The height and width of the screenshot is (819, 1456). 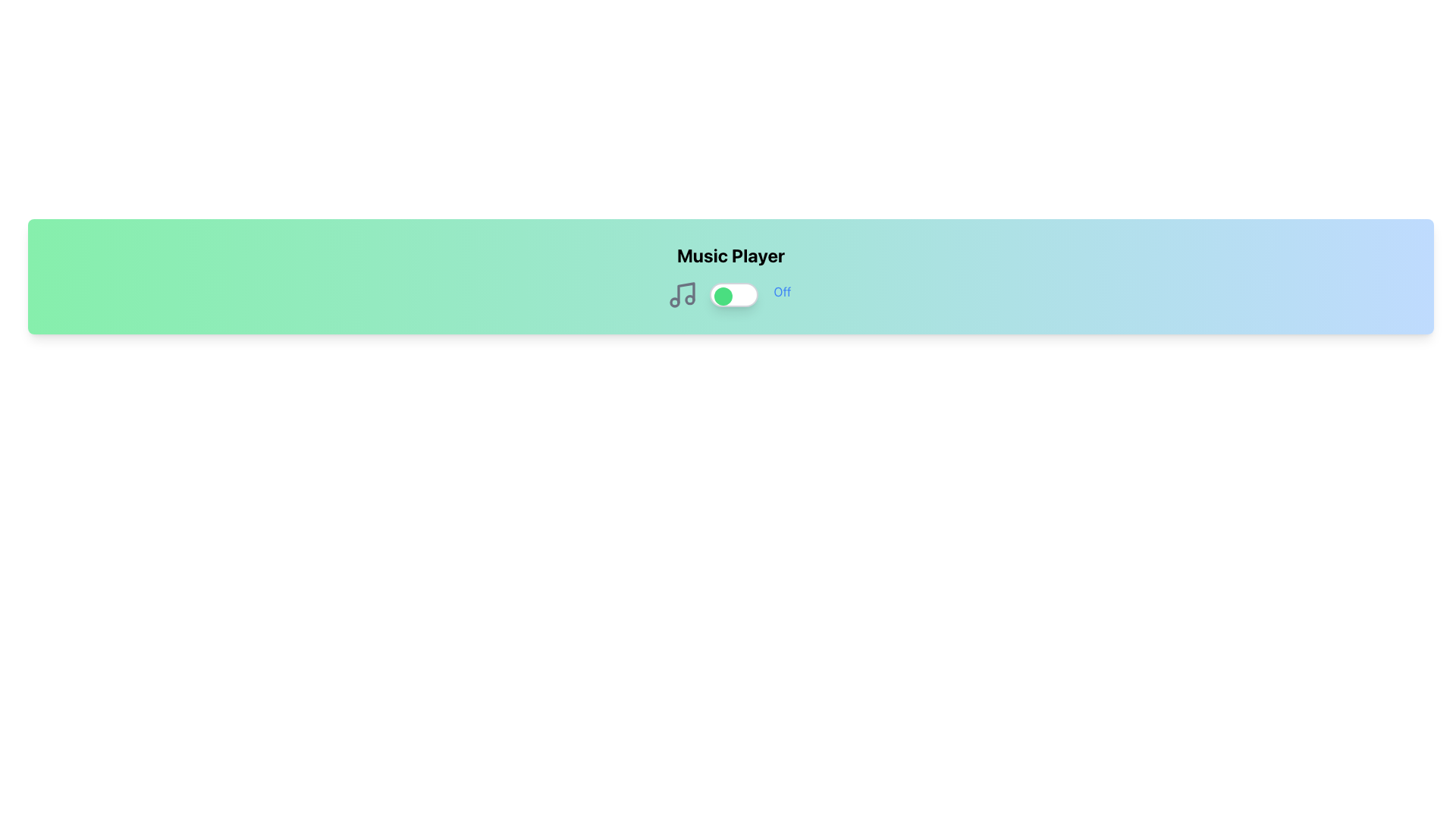 What do you see at coordinates (731, 295) in the screenshot?
I see `the toggle switch located between the music note icon and the 'Off' text` at bounding box center [731, 295].